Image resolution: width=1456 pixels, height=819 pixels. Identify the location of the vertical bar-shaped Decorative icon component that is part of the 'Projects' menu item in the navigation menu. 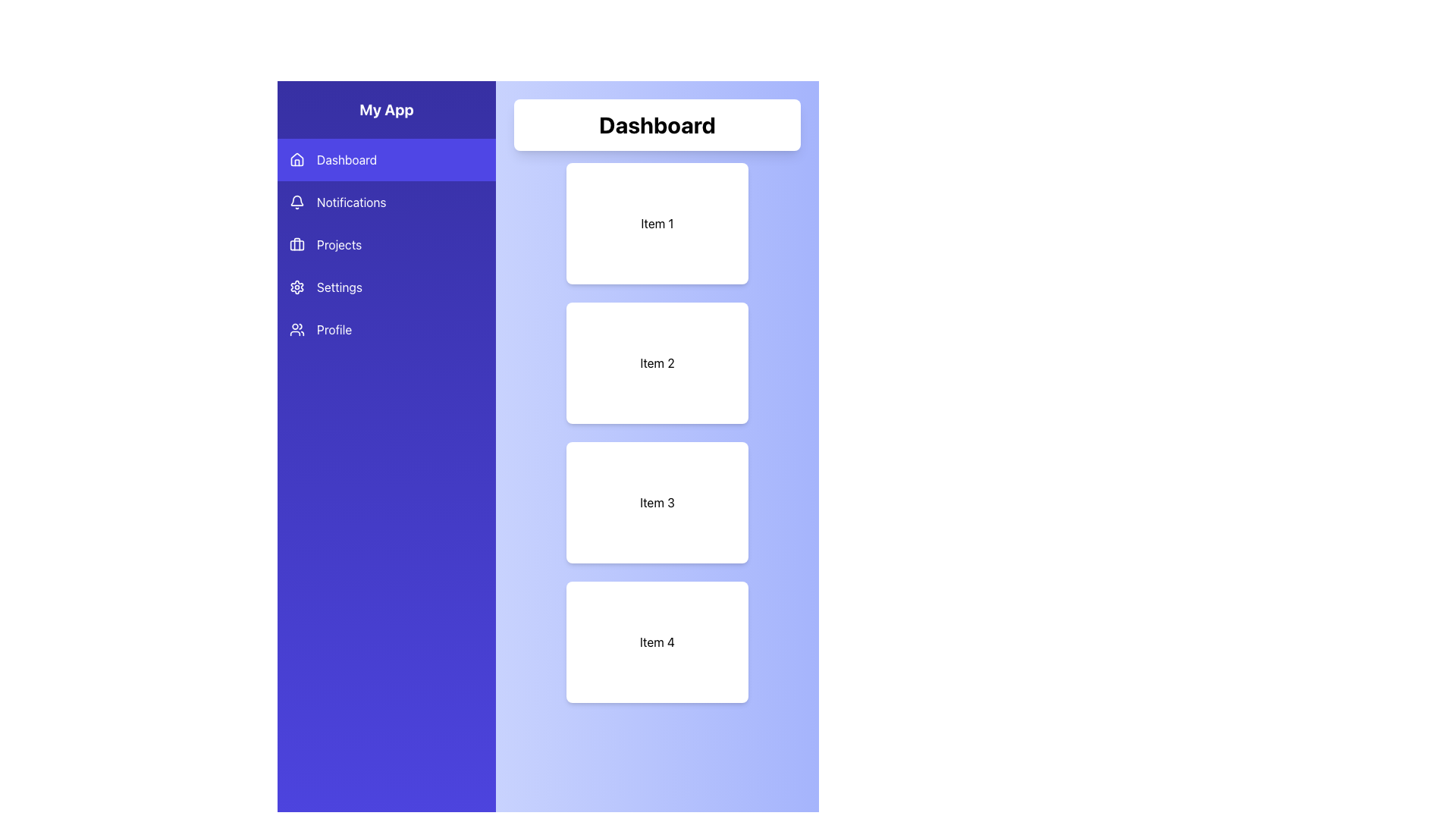
(297, 243).